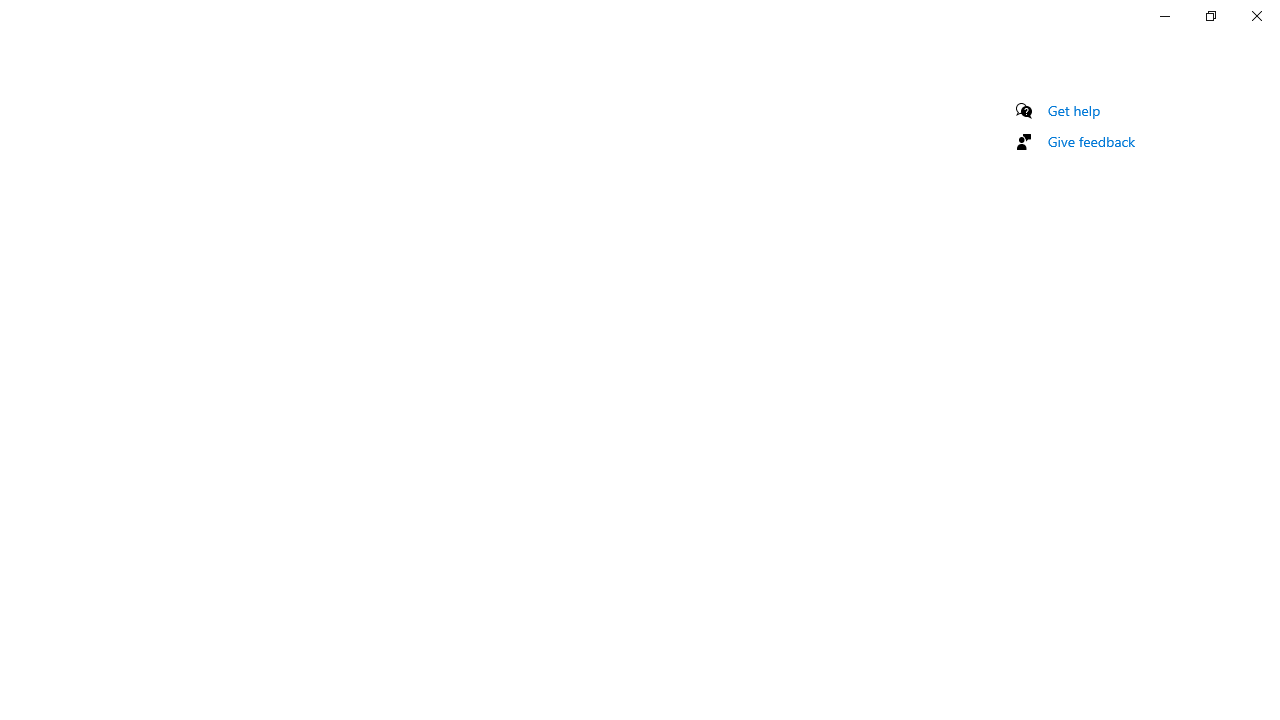 Image resolution: width=1280 pixels, height=720 pixels. Describe the element at coordinates (1073, 110) in the screenshot. I see `'Get help'` at that location.